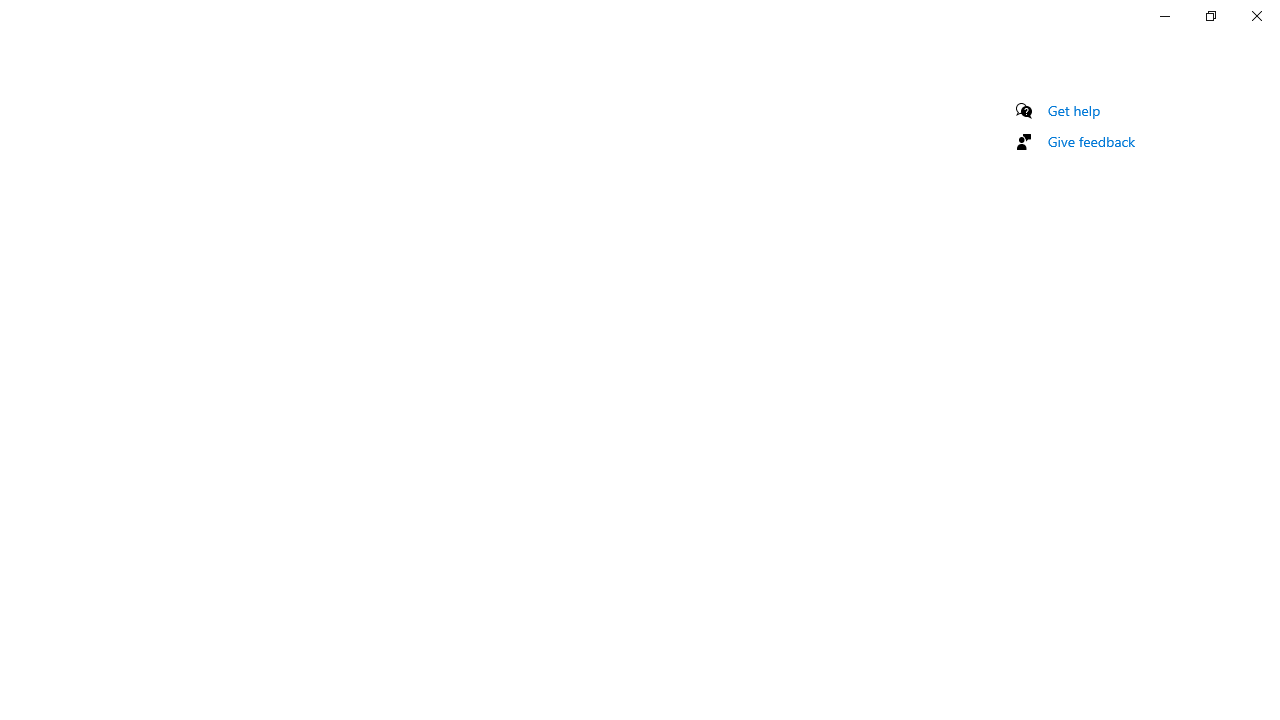 Image resolution: width=1280 pixels, height=720 pixels. Describe the element at coordinates (1073, 110) in the screenshot. I see `'Get help'` at that location.